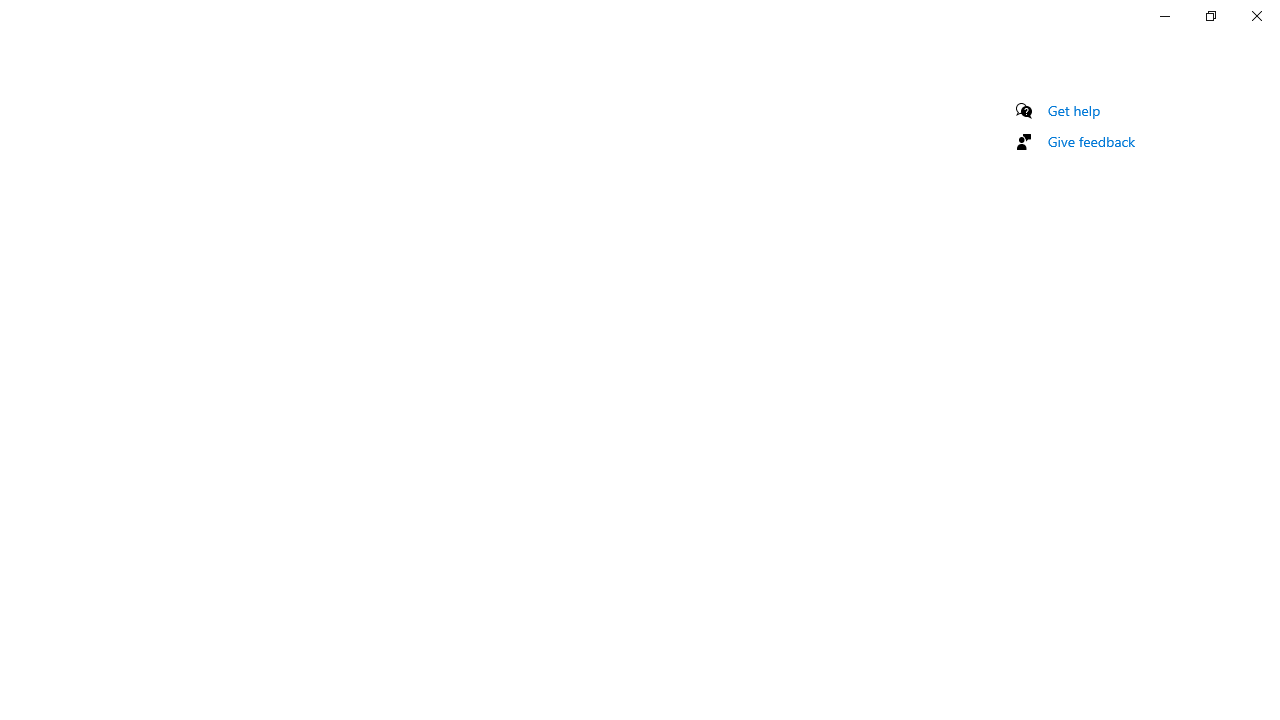 Image resolution: width=1280 pixels, height=720 pixels. Describe the element at coordinates (1073, 110) in the screenshot. I see `'Get help'` at that location.